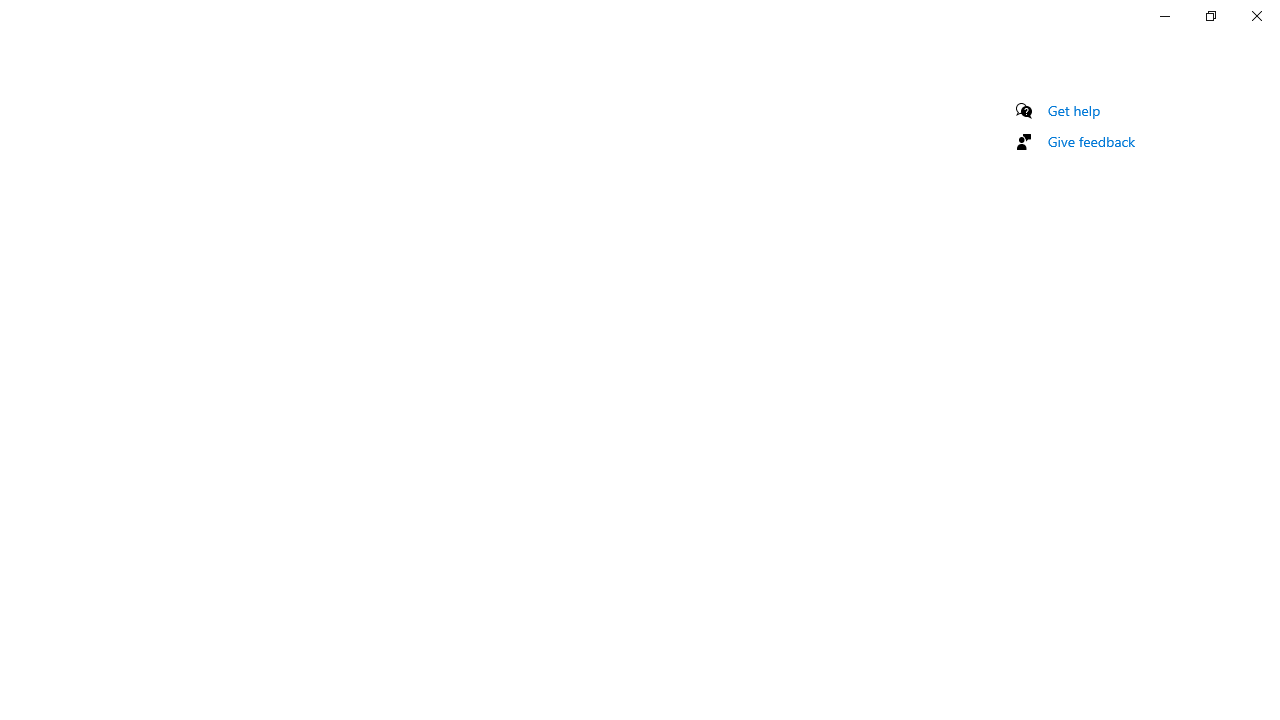 Image resolution: width=1280 pixels, height=720 pixels. Describe the element at coordinates (1073, 110) in the screenshot. I see `'Get help'` at that location.